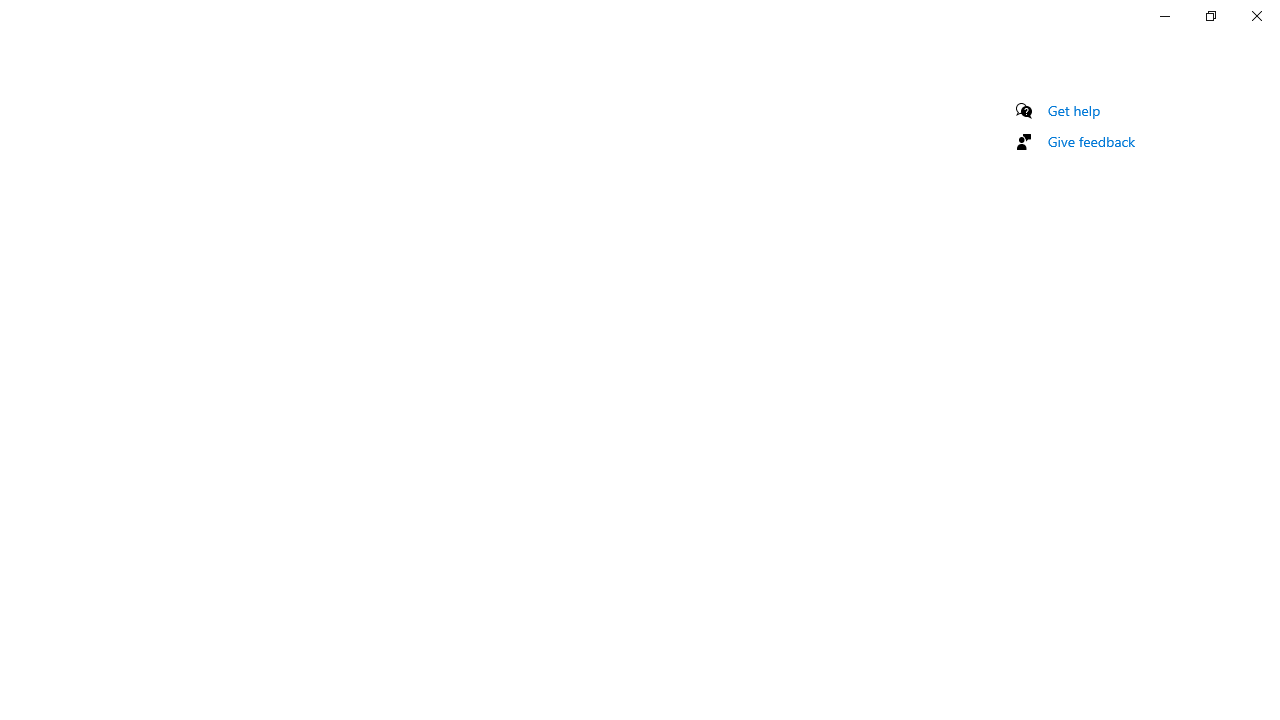 Image resolution: width=1280 pixels, height=720 pixels. Describe the element at coordinates (1073, 110) in the screenshot. I see `'Get help'` at that location.